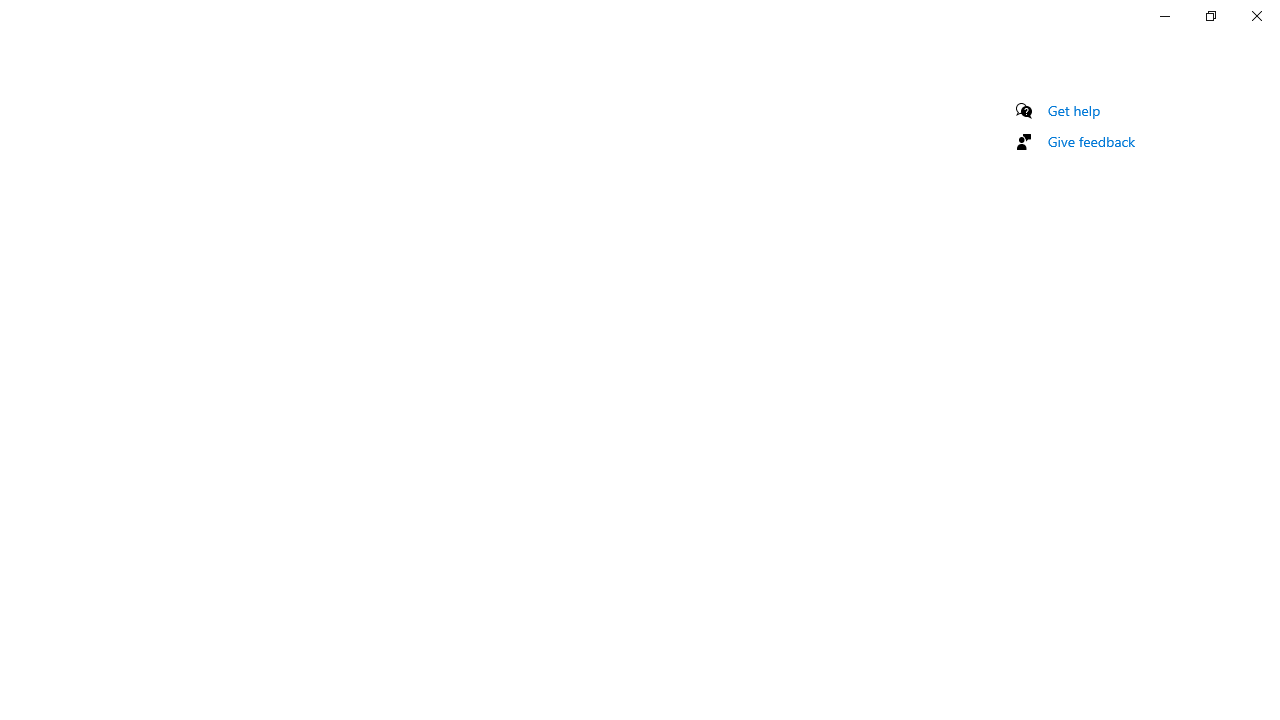 Image resolution: width=1280 pixels, height=720 pixels. Describe the element at coordinates (1073, 110) in the screenshot. I see `'Get help'` at that location.